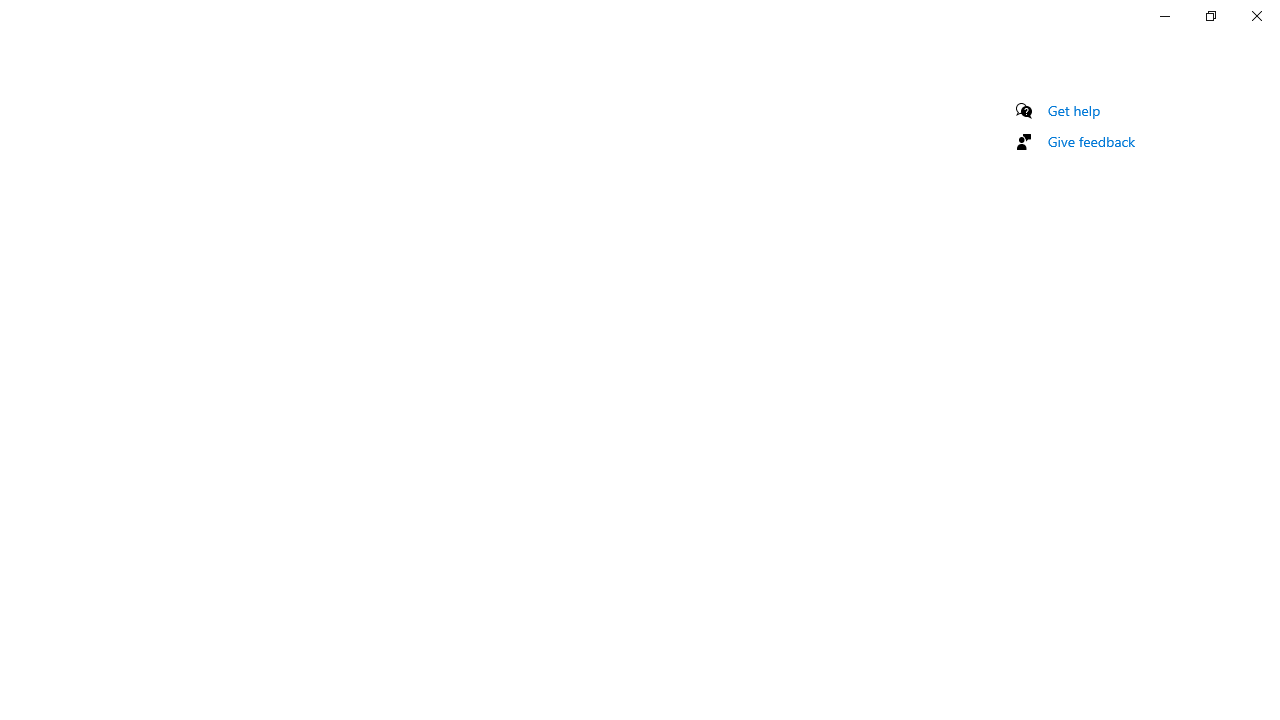 Image resolution: width=1280 pixels, height=720 pixels. Describe the element at coordinates (1073, 110) in the screenshot. I see `'Get help'` at that location.